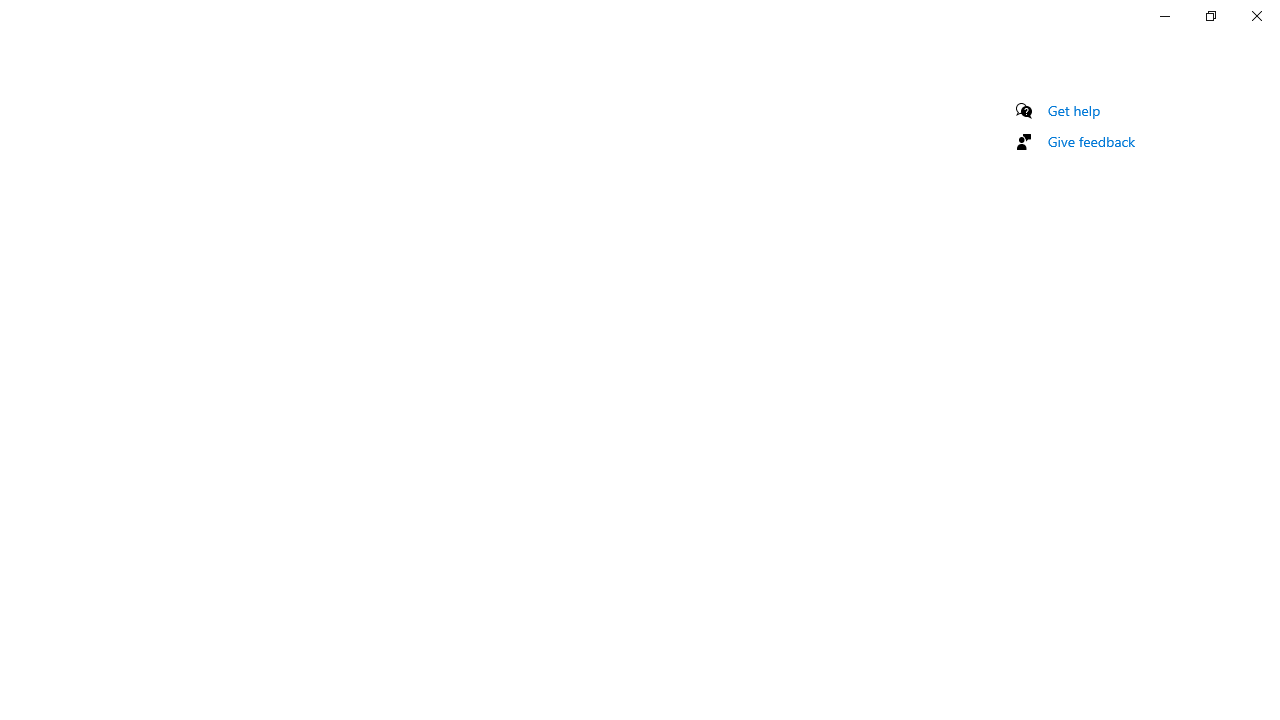 Image resolution: width=1280 pixels, height=720 pixels. Describe the element at coordinates (1073, 110) in the screenshot. I see `'Get help'` at that location.